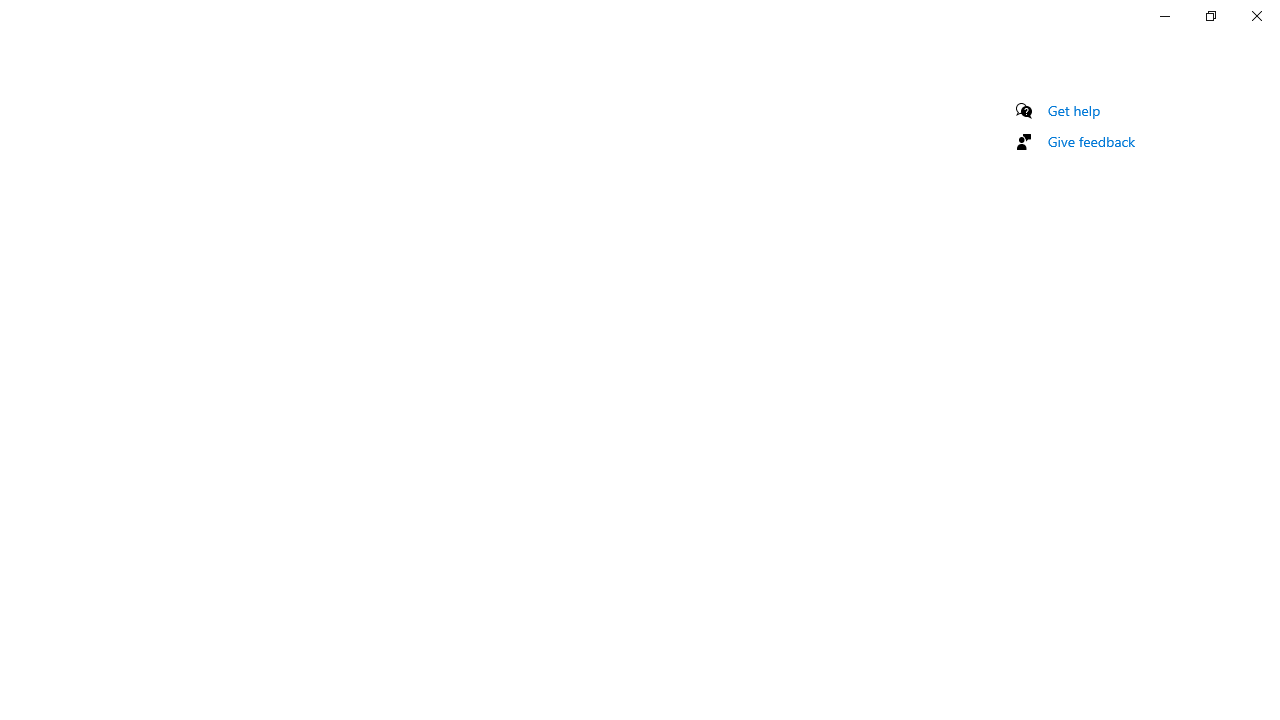 Image resolution: width=1280 pixels, height=720 pixels. Describe the element at coordinates (1073, 110) in the screenshot. I see `'Get help'` at that location.